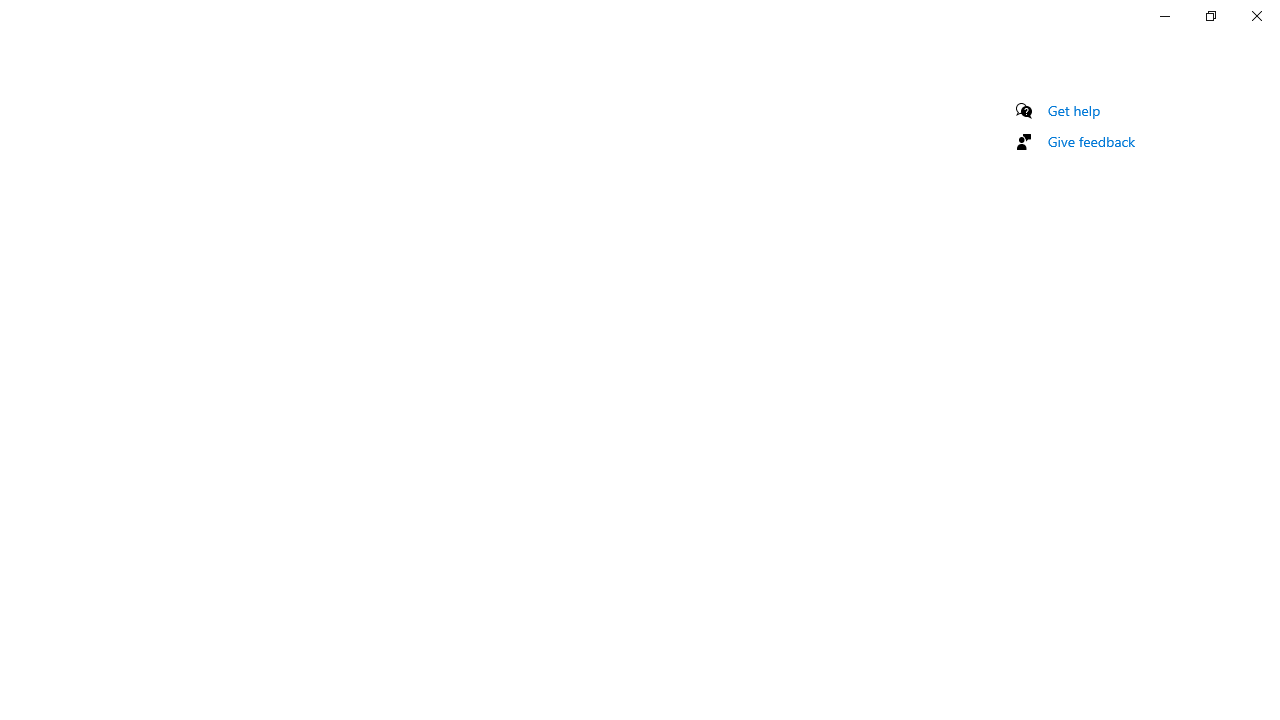 Image resolution: width=1280 pixels, height=720 pixels. Describe the element at coordinates (1073, 110) in the screenshot. I see `'Get help'` at that location.